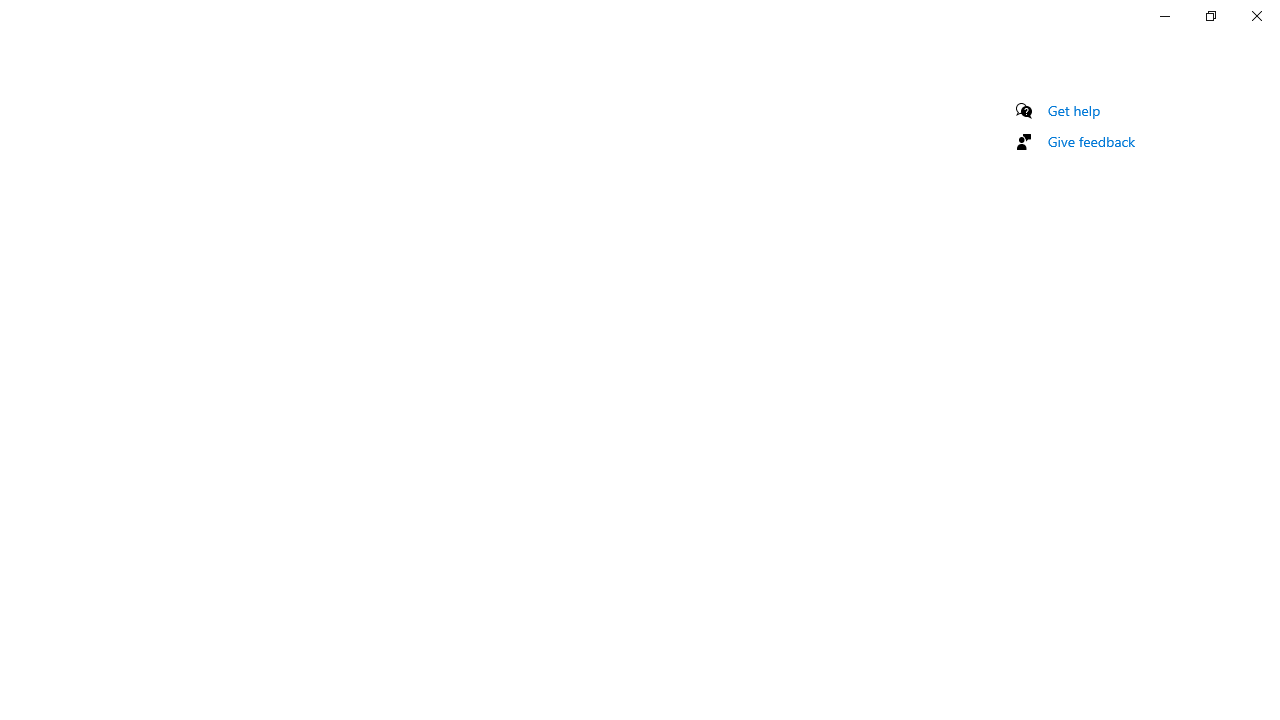 Image resolution: width=1280 pixels, height=720 pixels. Describe the element at coordinates (1073, 110) in the screenshot. I see `'Get help'` at that location.